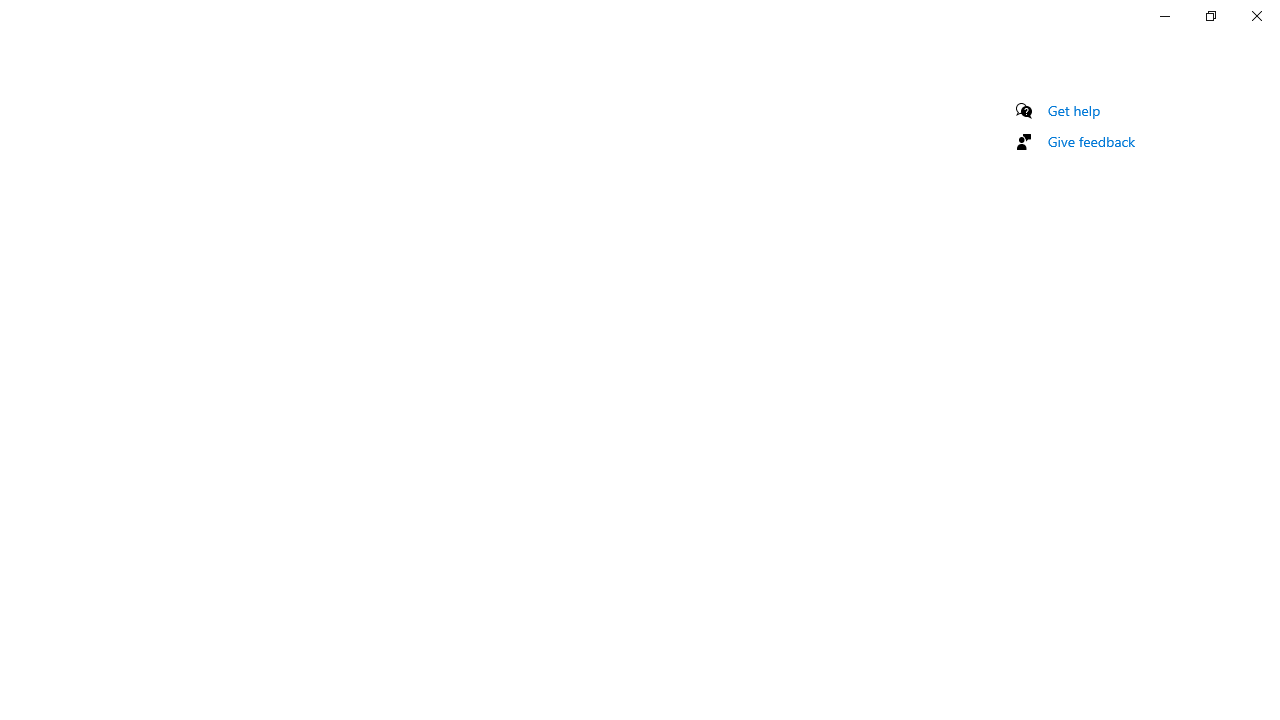 Image resolution: width=1280 pixels, height=720 pixels. Describe the element at coordinates (1073, 110) in the screenshot. I see `'Get help'` at that location.